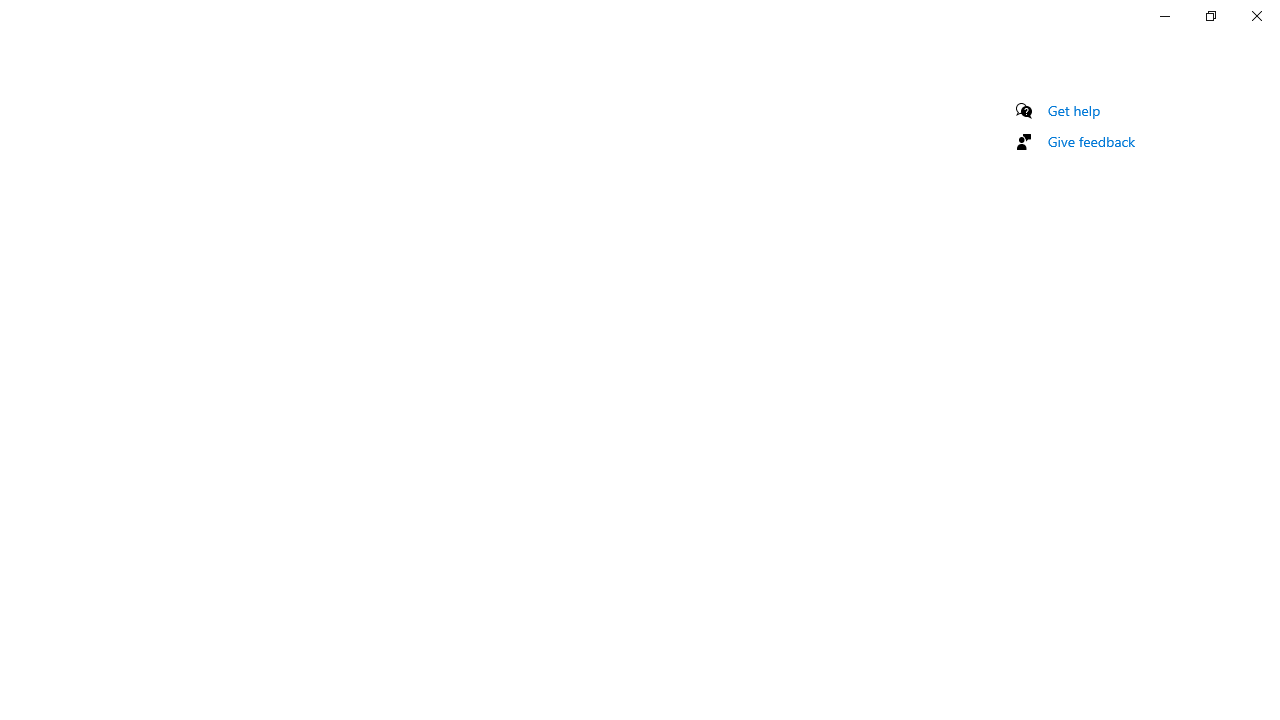 Image resolution: width=1280 pixels, height=720 pixels. Describe the element at coordinates (1073, 110) in the screenshot. I see `'Get help'` at that location.